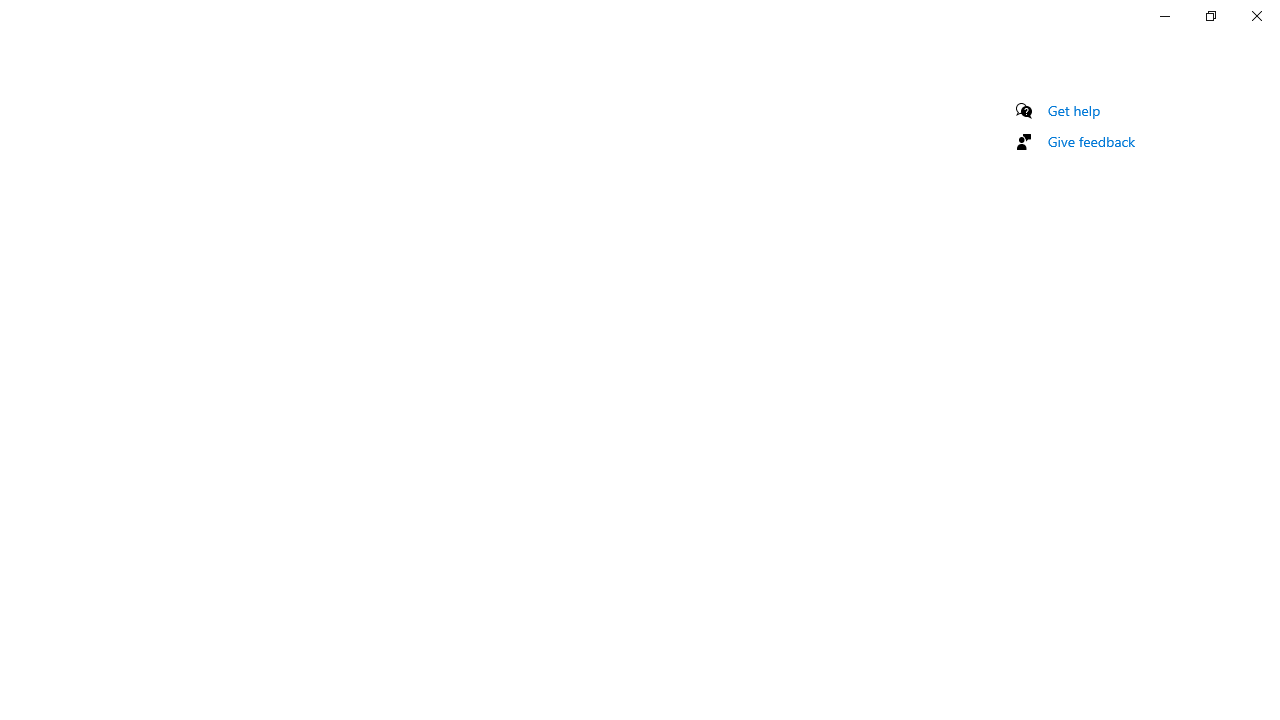 Image resolution: width=1280 pixels, height=720 pixels. Describe the element at coordinates (1073, 110) in the screenshot. I see `'Get help'` at that location.